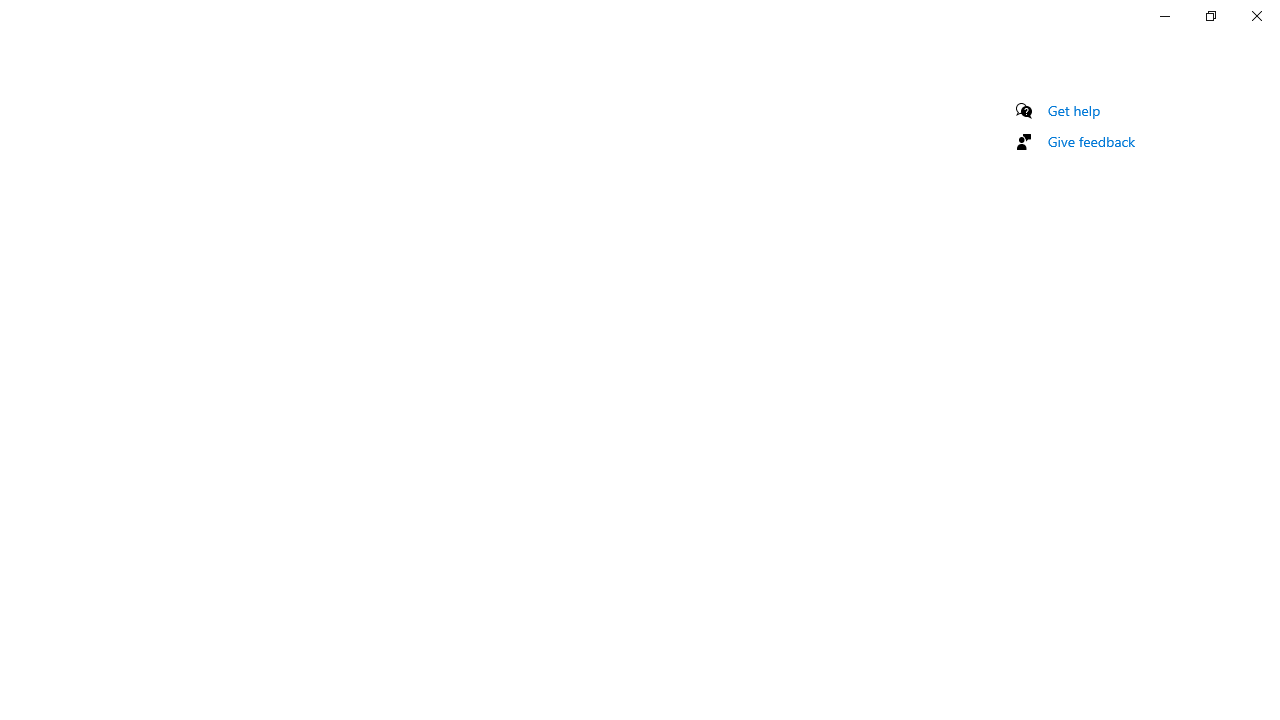 Image resolution: width=1280 pixels, height=720 pixels. Describe the element at coordinates (1073, 110) in the screenshot. I see `'Get help'` at that location.